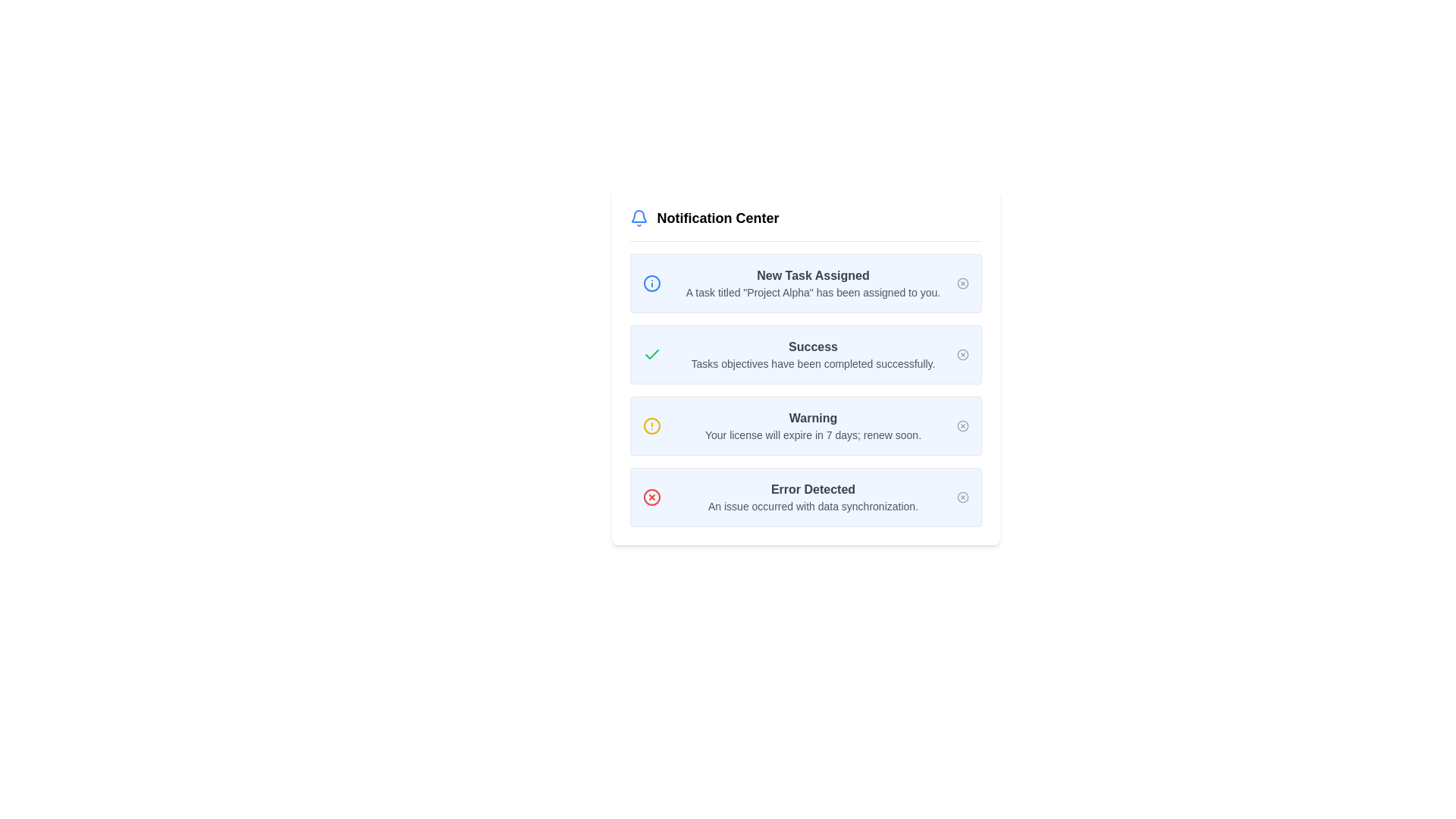 The height and width of the screenshot is (819, 1456). What do you see at coordinates (651, 354) in the screenshot?
I see `the success status icon located to the left of the 'Success' notification header` at bounding box center [651, 354].